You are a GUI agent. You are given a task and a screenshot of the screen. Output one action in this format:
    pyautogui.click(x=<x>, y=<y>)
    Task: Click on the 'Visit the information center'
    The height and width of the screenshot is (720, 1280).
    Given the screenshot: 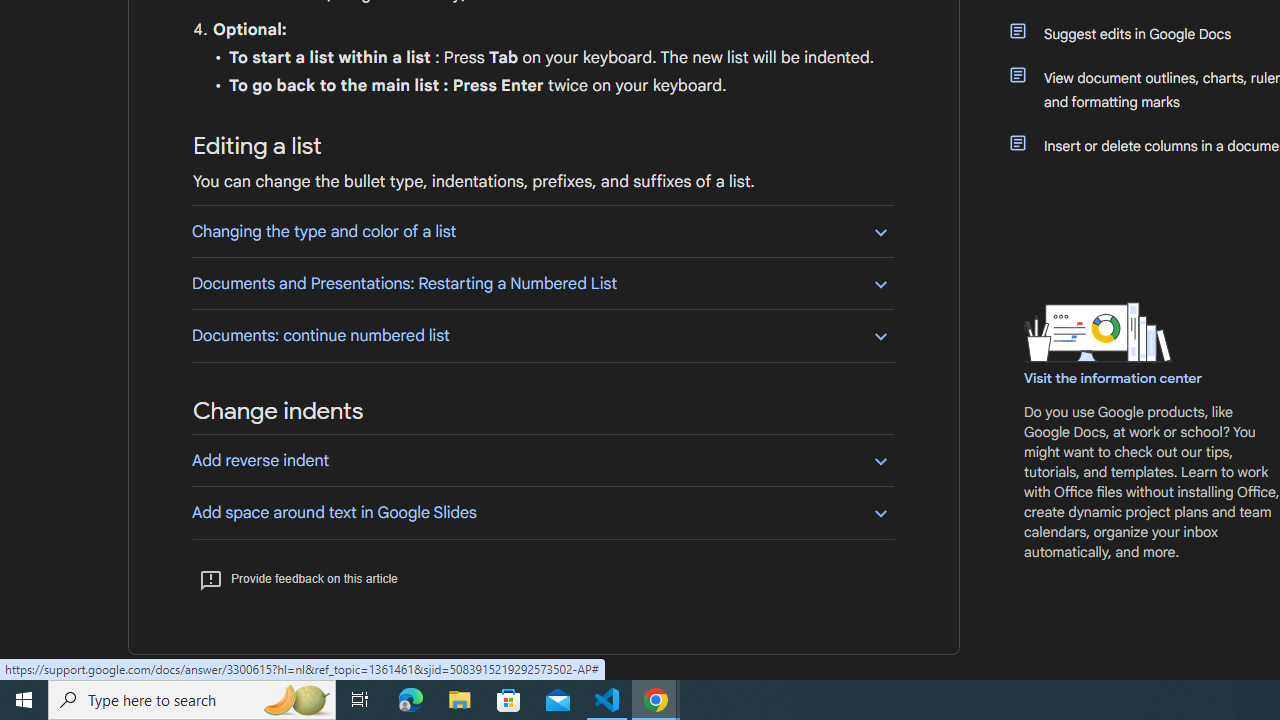 What is the action you would take?
    pyautogui.click(x=1112, y=378)
    